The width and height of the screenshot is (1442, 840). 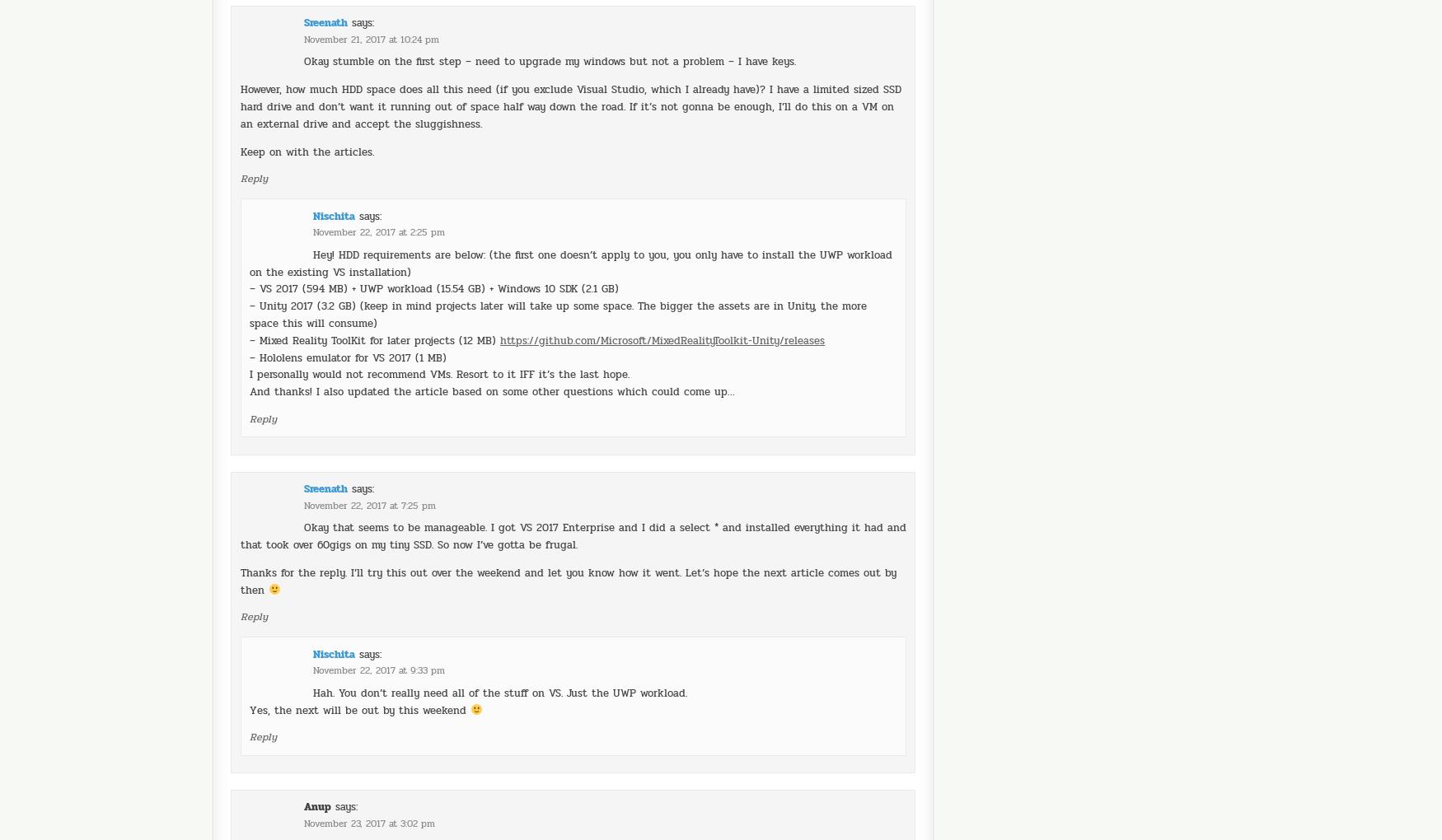 I want to click on 'https://github.com/Microsoft/MixedRealityToolkit-Unity/releases', so click(x=661, y=294).